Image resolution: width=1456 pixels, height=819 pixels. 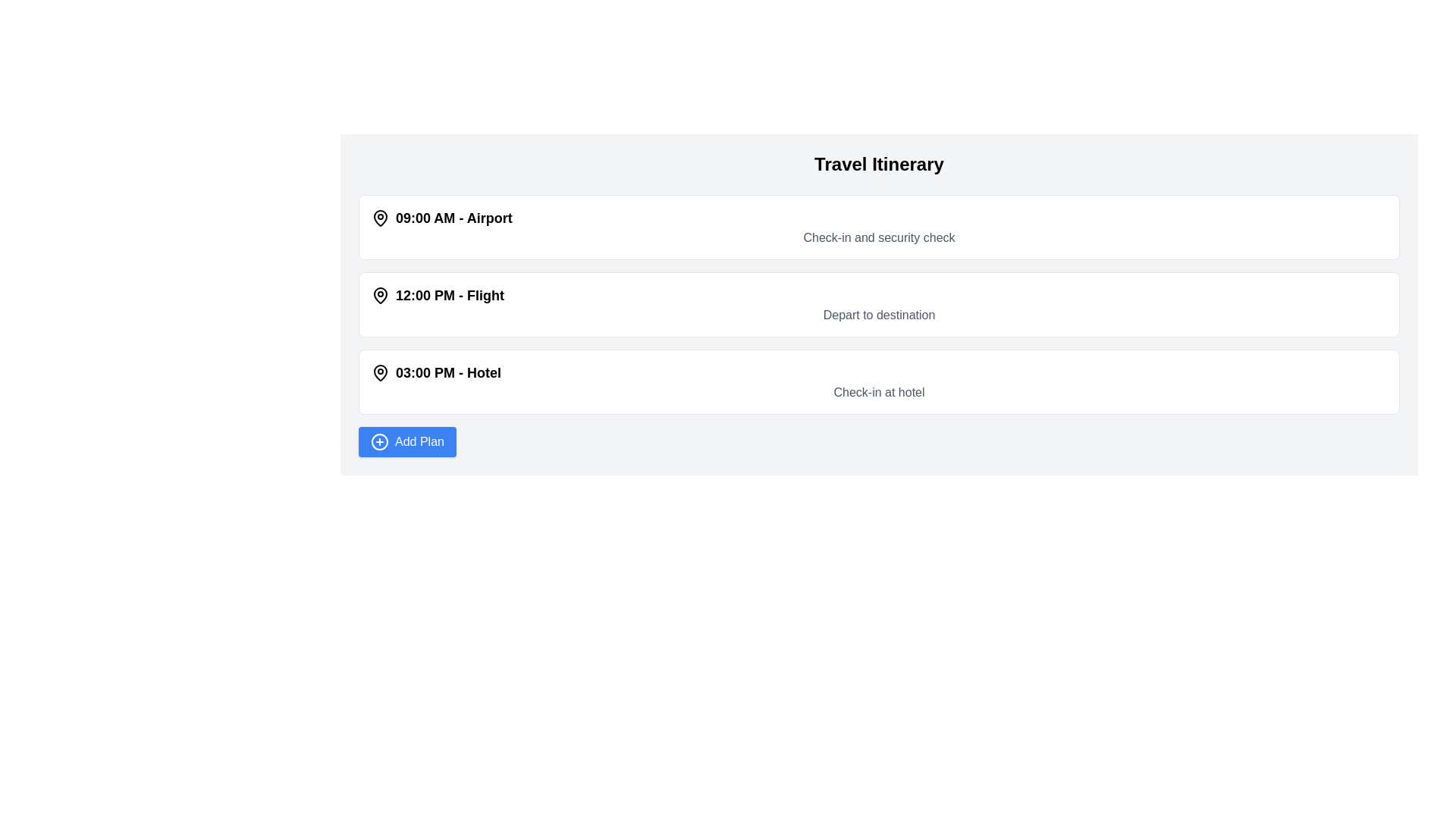 What do you see at coordinates (879, 315) in the screenshot?
I see `the static text label that indicates the next travel-related action or status, positioned beneath the '12:00 PM - Flight' text component` at bounding box center [879, 315].